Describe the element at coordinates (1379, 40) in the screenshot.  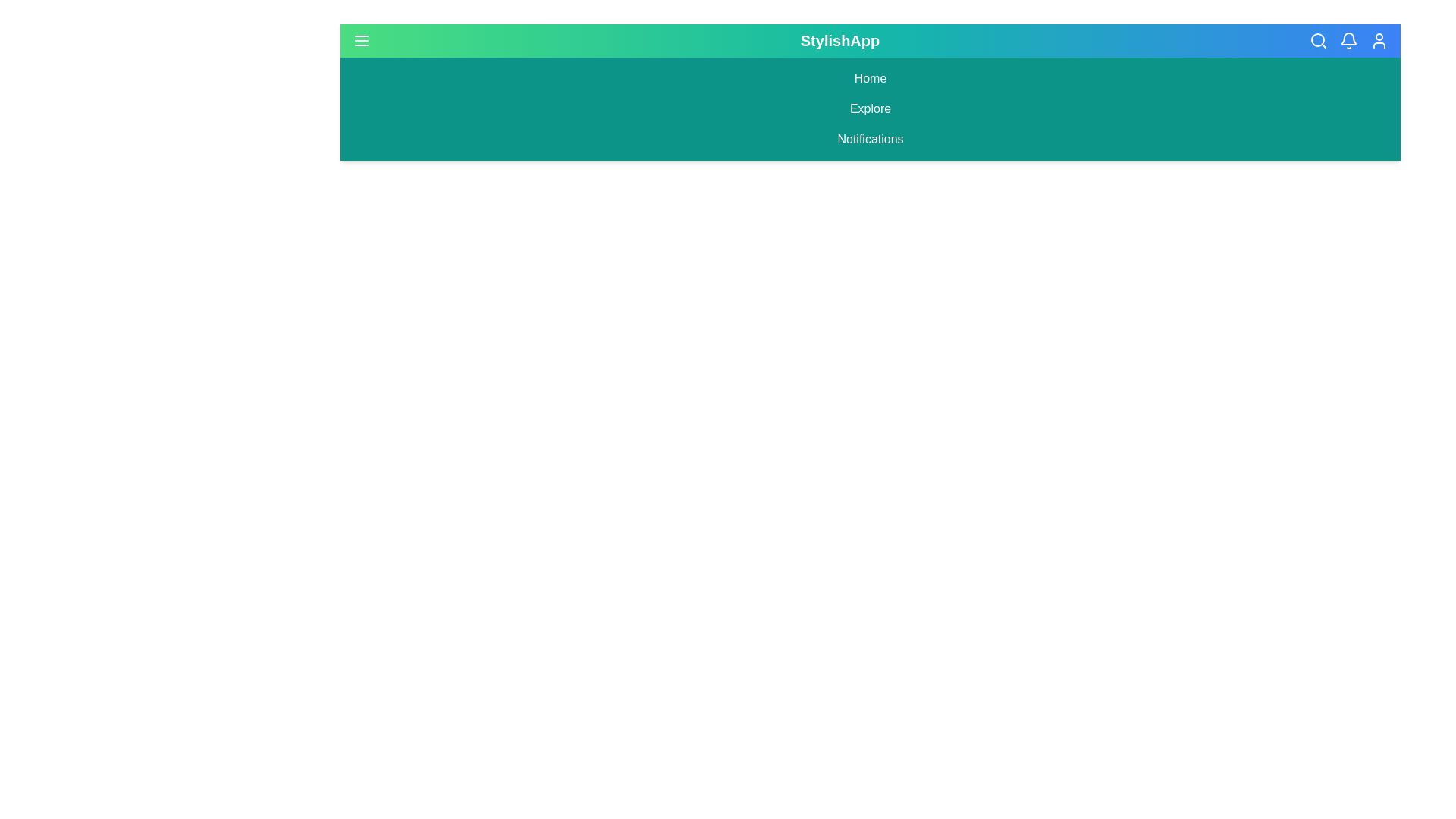
I see `the User icon in the header` at that location.